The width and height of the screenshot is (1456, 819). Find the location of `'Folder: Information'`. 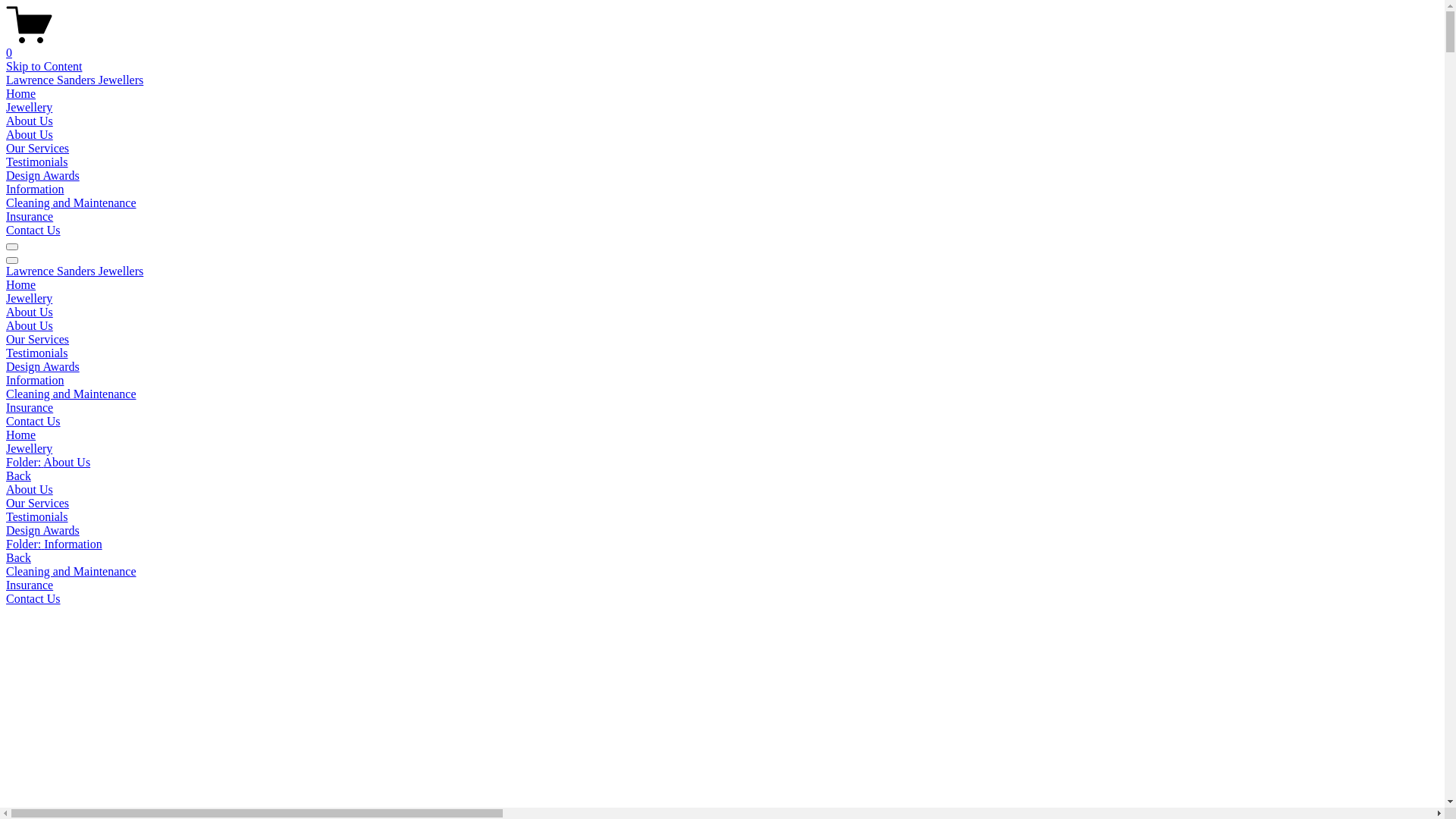

'Folder: Information' is located at coordinates (721, 543).